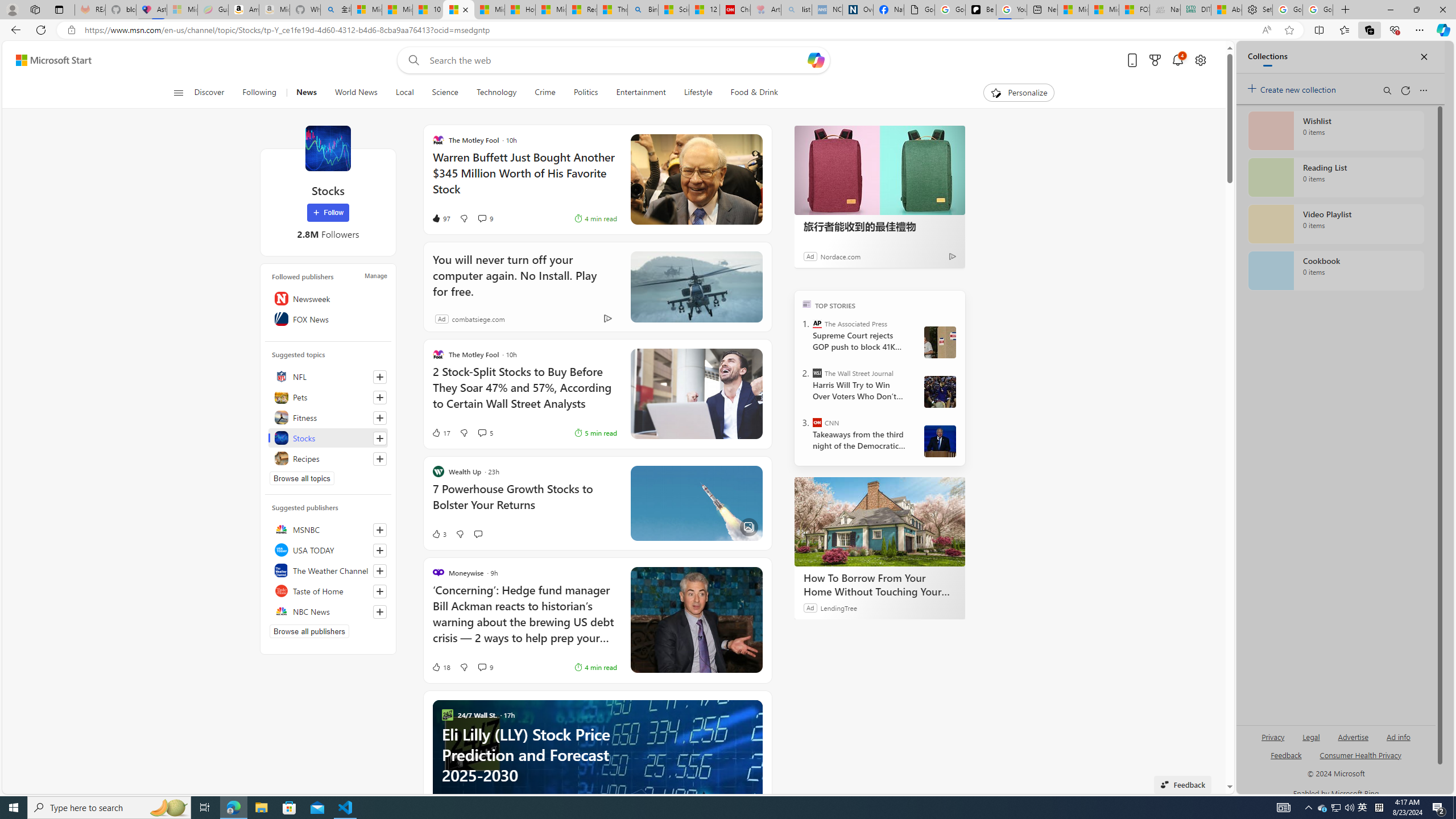 The height and width of the screenshot is (819, 1456). I want to click on 'To get missing image descriptions, open the context menu.', so click(995, 92).